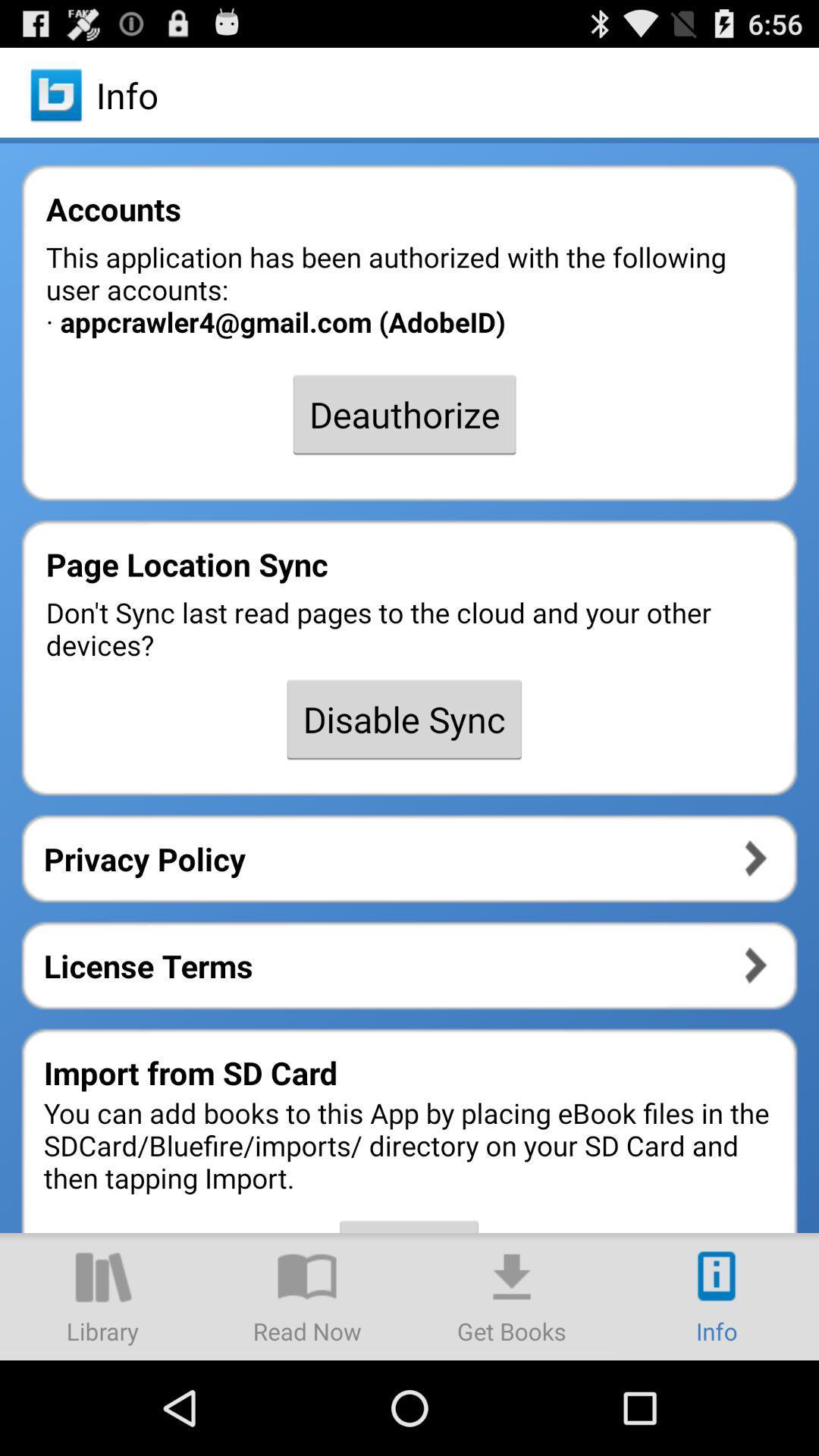  Describe the element at coordinates (512, 1295) in the screenshot. I see `show the books downloaded` at that location.